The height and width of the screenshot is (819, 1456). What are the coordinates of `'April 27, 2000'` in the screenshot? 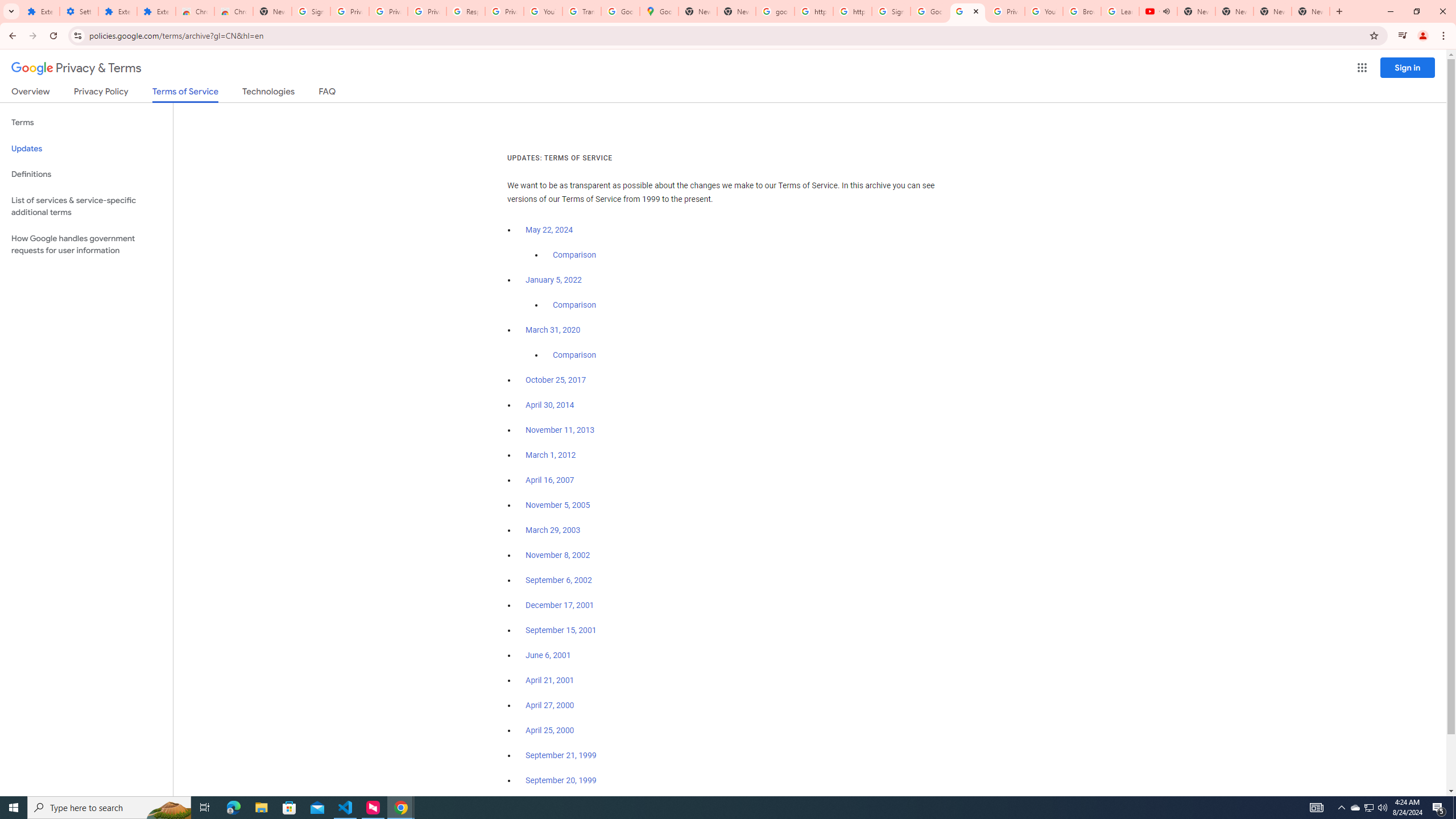 It's located at (549, 704).